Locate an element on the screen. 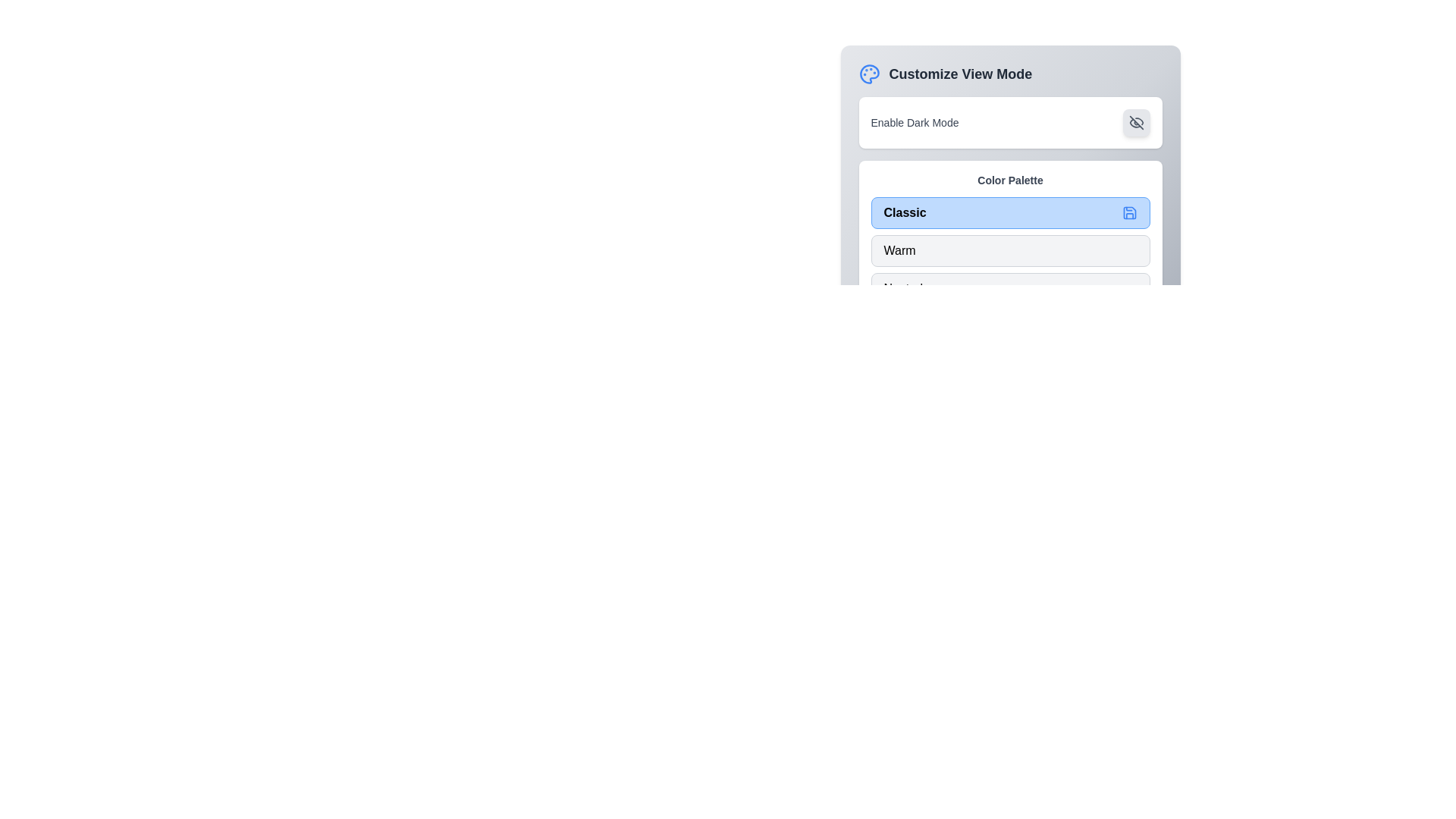 The height and width of the screenshot is (819, 1456). the heading label that indicates the section for color themes, located at the top part of the section above the options 'Classic', 'Warm', 'Neutral', and 'Cool' is located at coordinates (1010, 180).